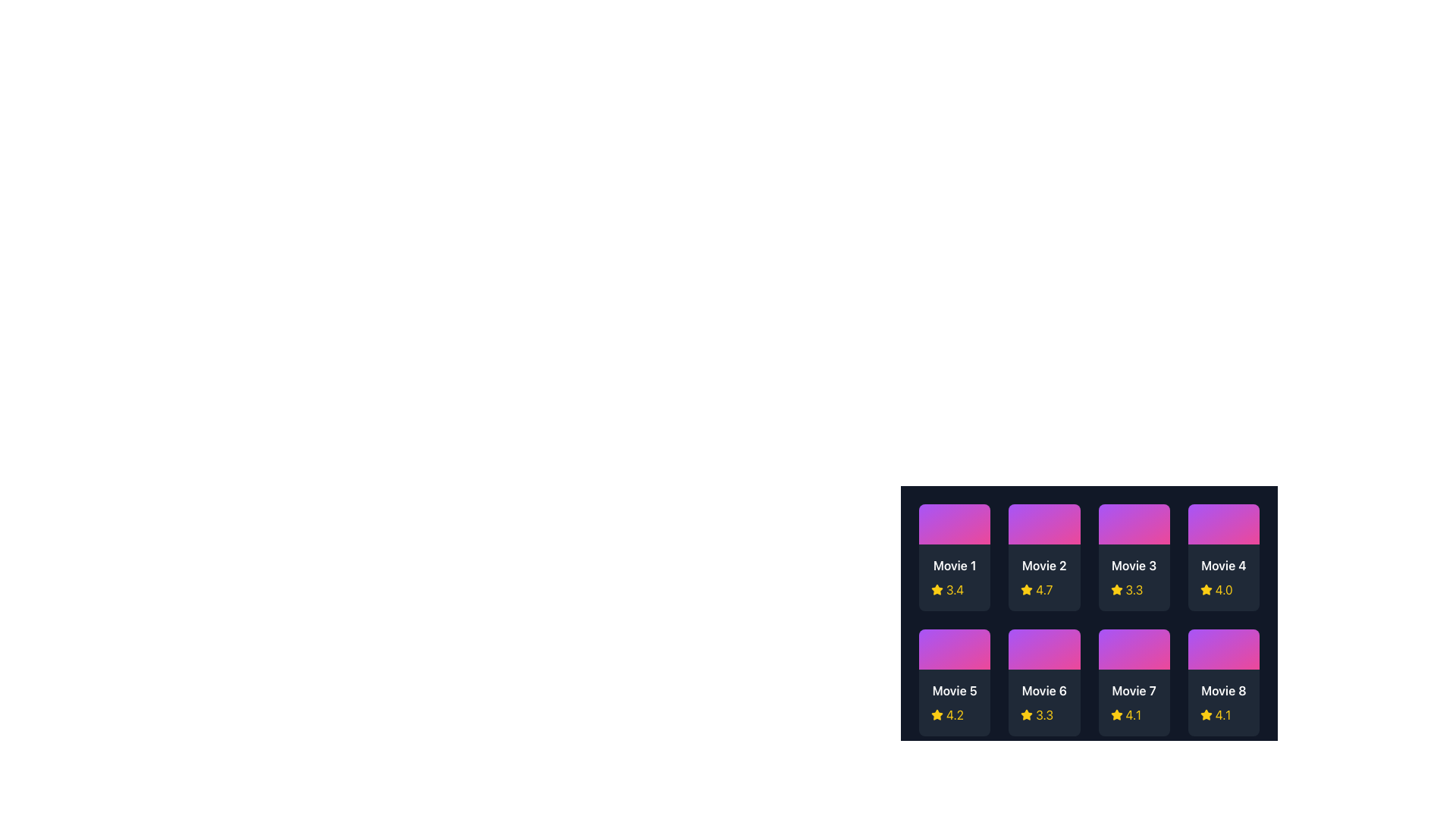 This screenshot has width=1456, height=819. Describe the element at coordinates (1027, 588) in the screenshot. I see `the star-shaped yellow icon located next to the numeric rating value of 4.7, which is part of the rating system for 'Movie 2' in the grid layout` at that location.